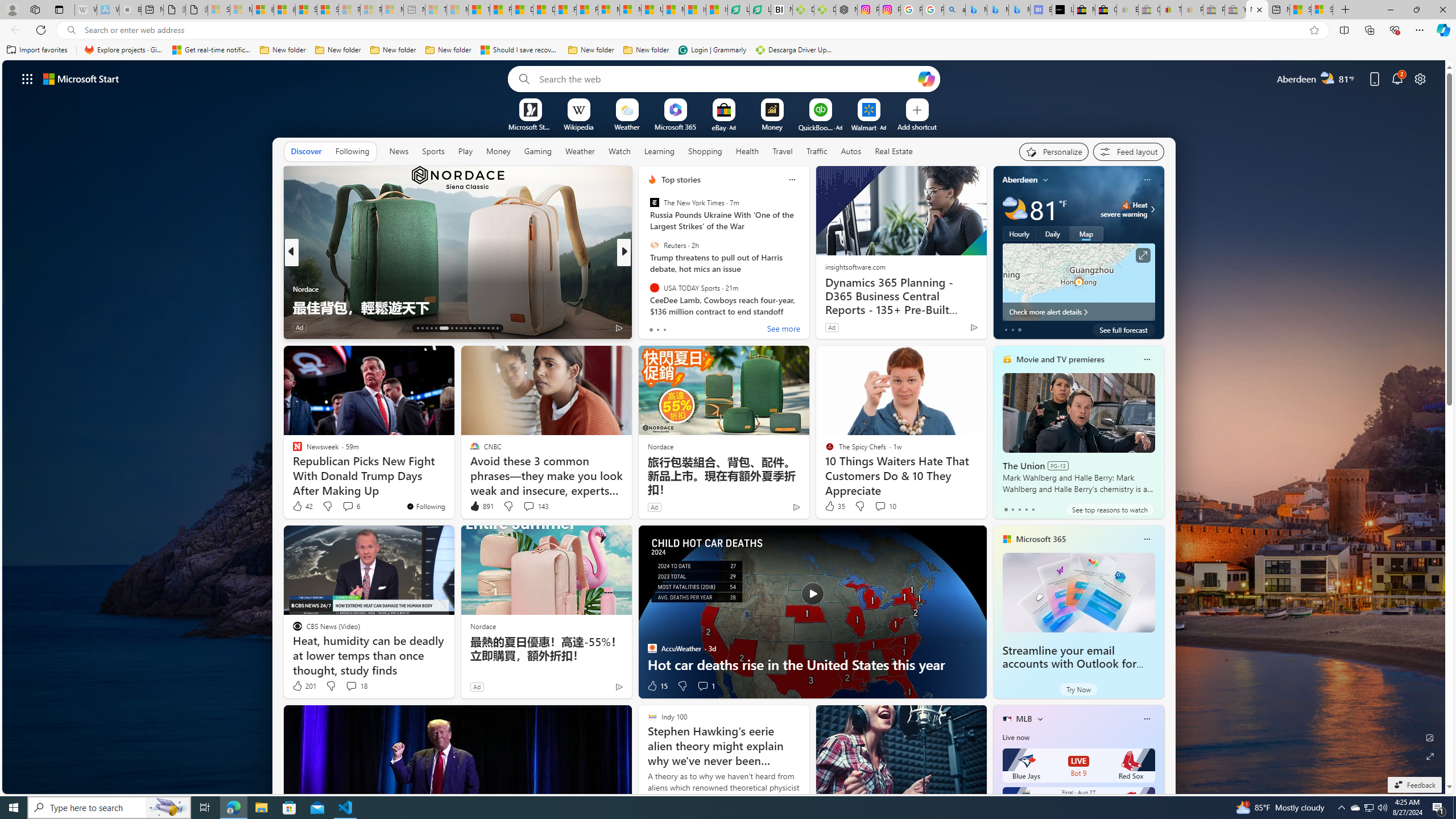 This screenshot has height=819, width=1456. Describe the element at coordinates (1214, 9) in the screenshot. I see `'Press Room - eBay Inc. - Sleeping'` at that location.